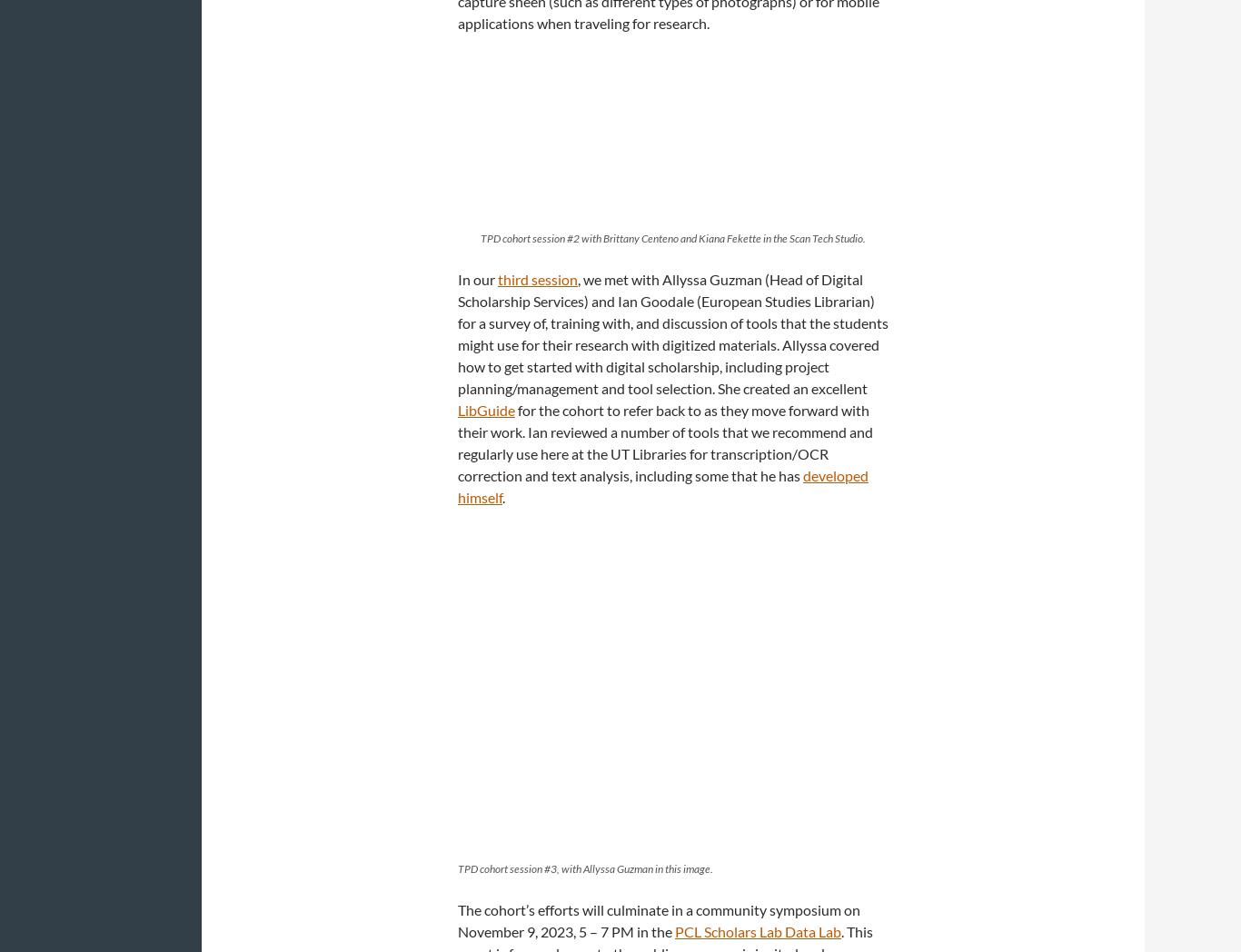  What do you see at coordinates (478, 277) in the screenshot?
I see `'In our'` at bounding box center [478, 277].